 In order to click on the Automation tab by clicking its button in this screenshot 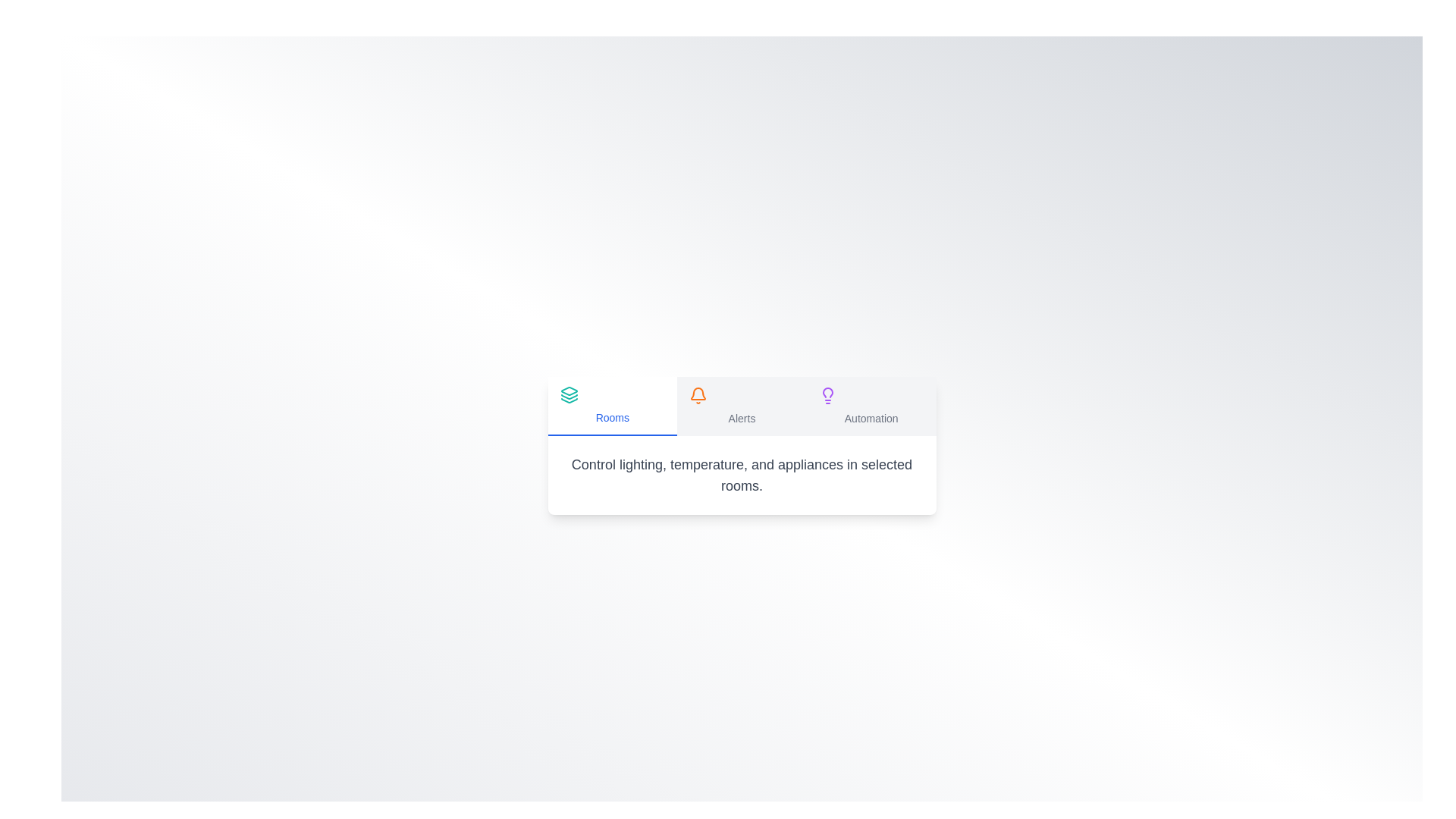, I will do `click(871, 406)`.